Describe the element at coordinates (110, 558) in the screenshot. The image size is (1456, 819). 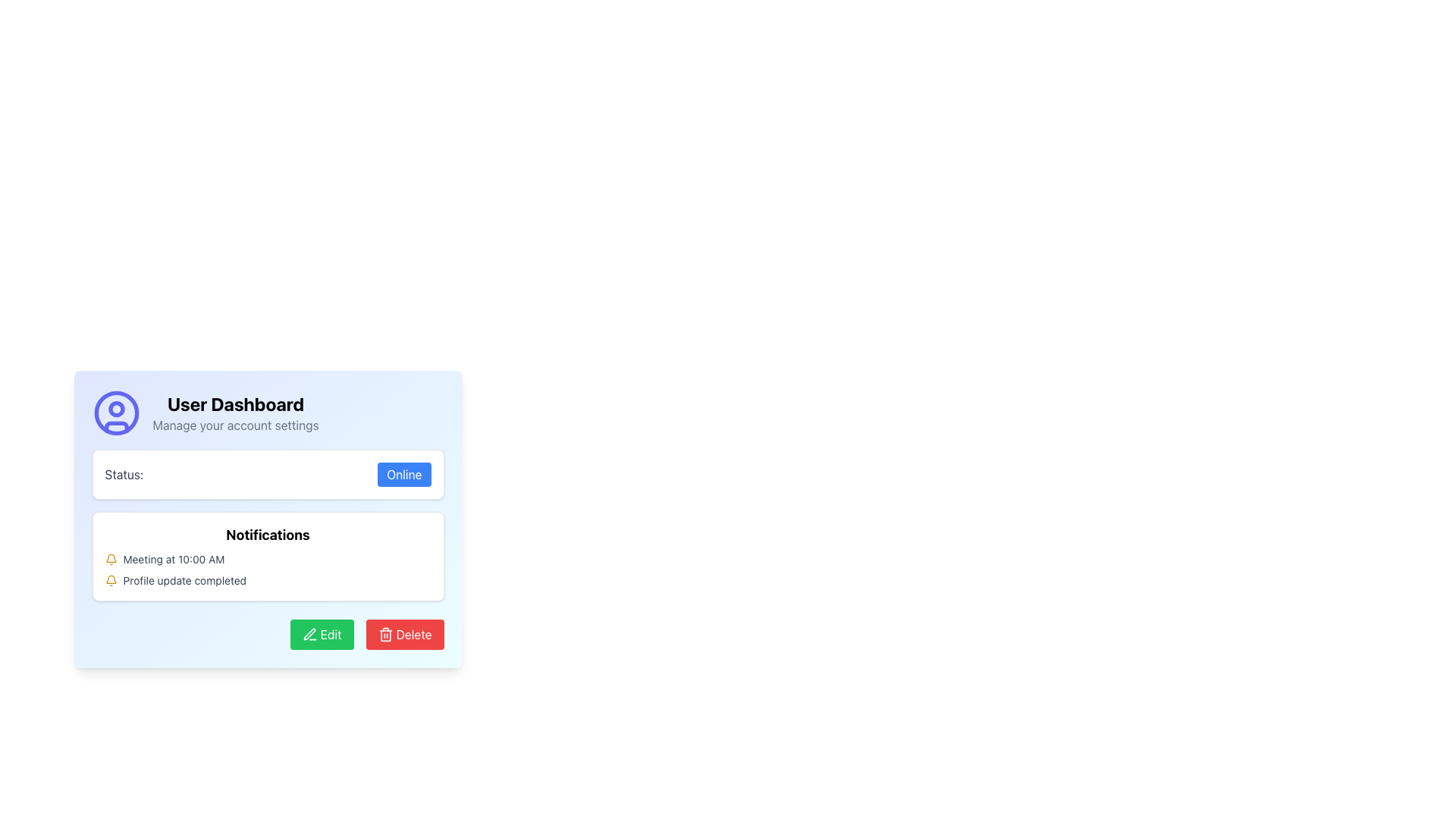
I see `the bell icon in the Notifications section that indicates a notification entry for 'Profile update completed'` at that location.